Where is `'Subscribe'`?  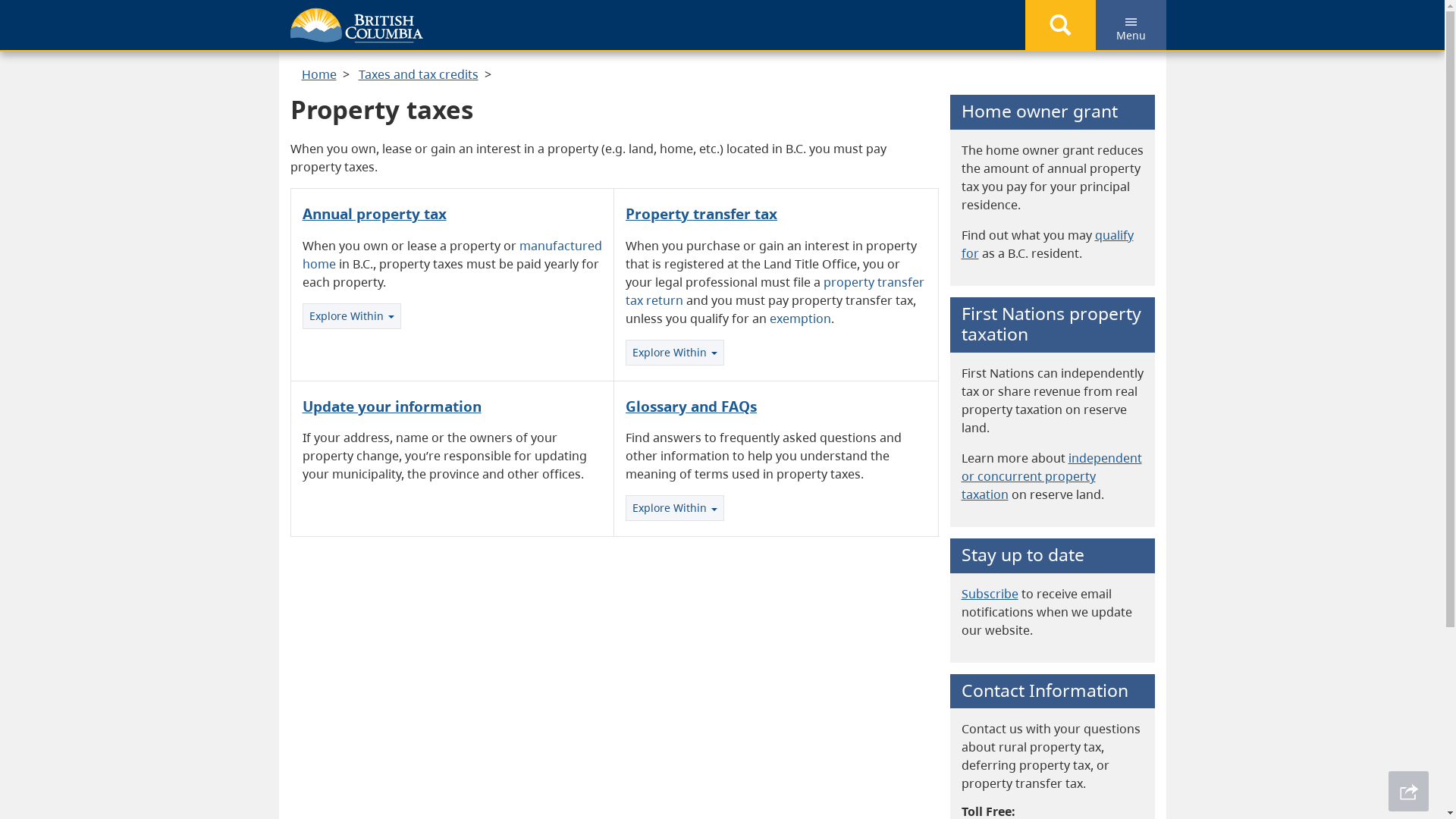
'Subscribe' is located at coordinates (990, 593).